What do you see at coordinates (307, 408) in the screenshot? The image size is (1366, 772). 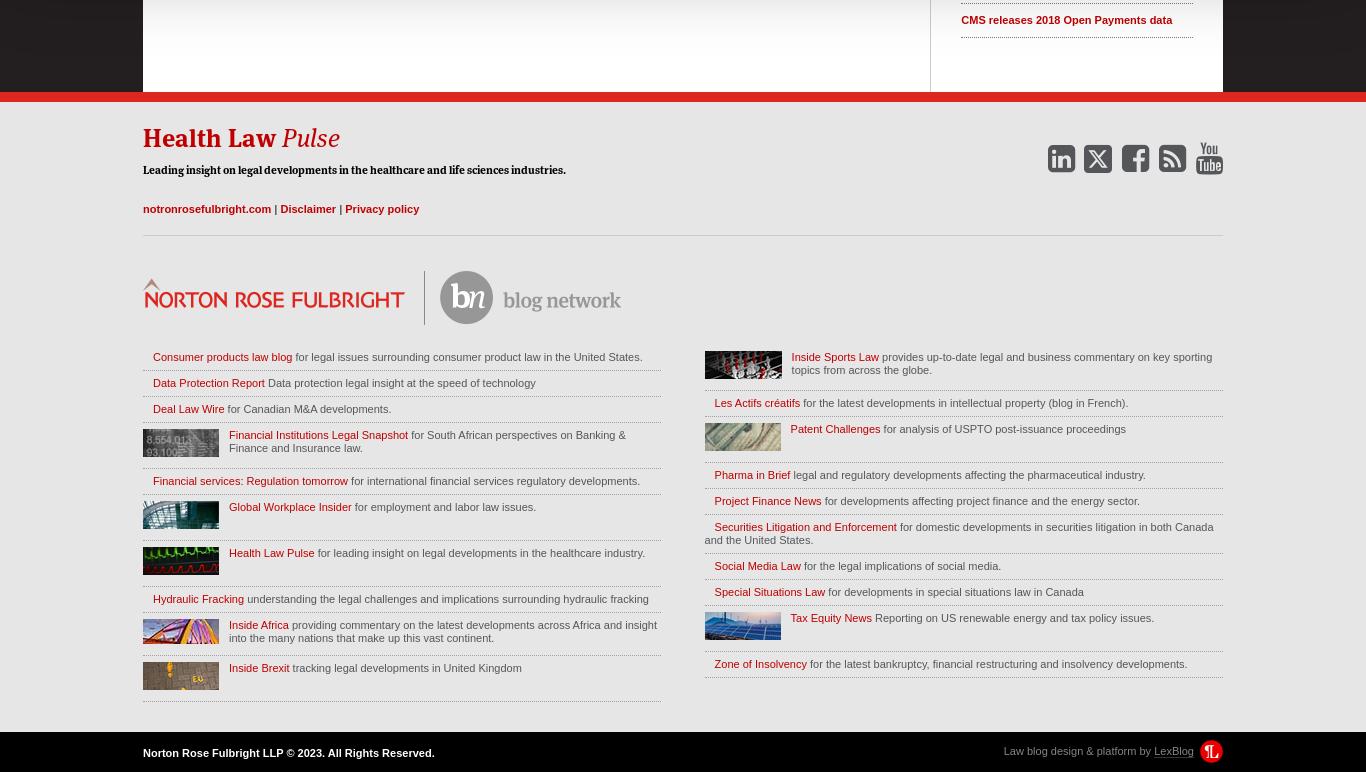 I see `'for Canadian M&A developments.'` at bounding box center [307, 408].